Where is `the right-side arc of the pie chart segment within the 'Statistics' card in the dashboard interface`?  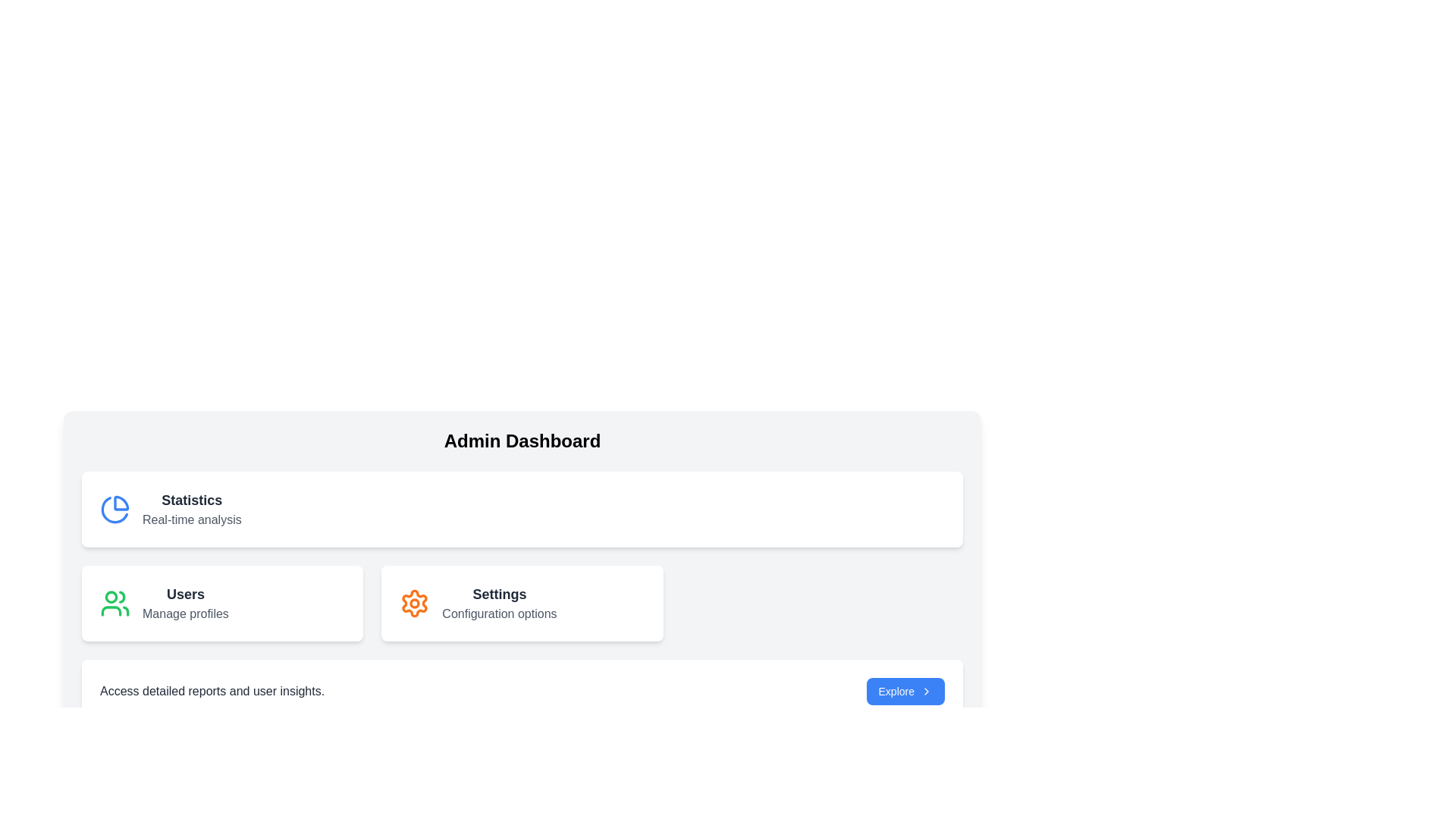
the right-side arc of the pie chart segment within the 'Statistics' card in the dashboard interface is located at coordinates (121, 503).